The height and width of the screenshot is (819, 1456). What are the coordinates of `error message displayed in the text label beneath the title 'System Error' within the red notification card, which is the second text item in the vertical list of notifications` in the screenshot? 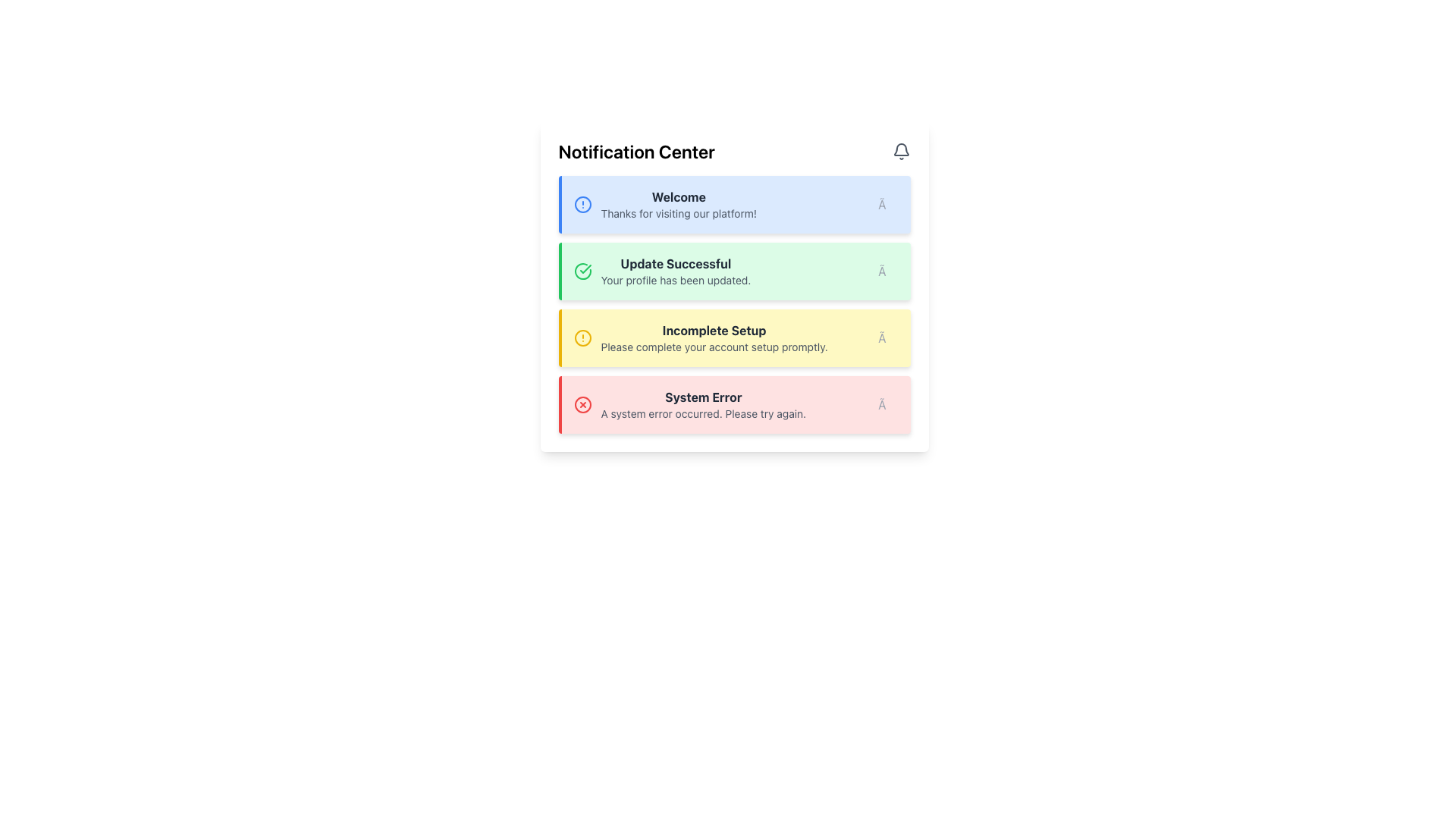 It's located at (702, 414).